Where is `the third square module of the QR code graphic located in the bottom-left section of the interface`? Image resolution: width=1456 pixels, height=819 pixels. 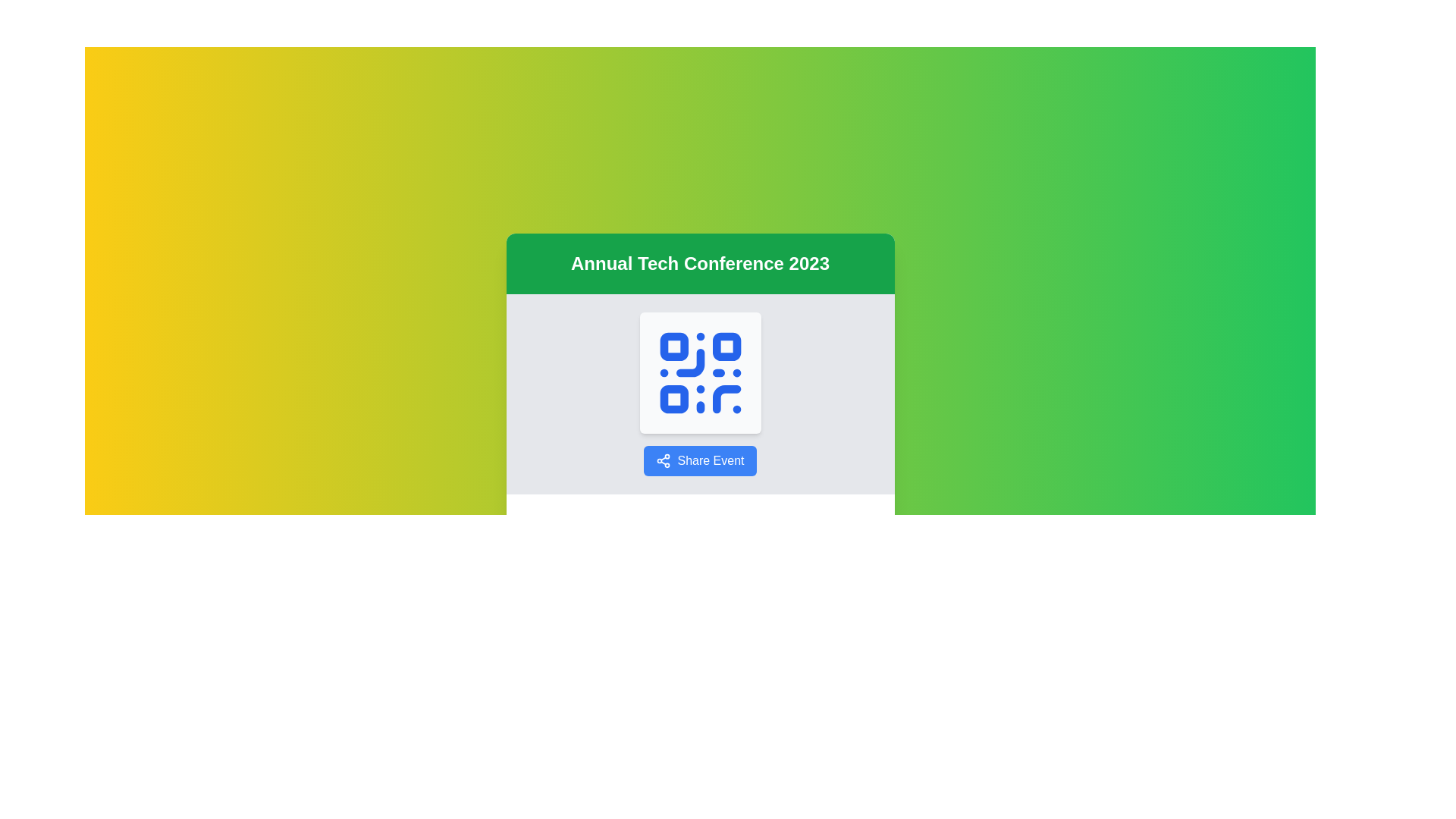
the third square module of the QR code graphic located in the bottom-left section of the interface is located at coordinates (673, 398).